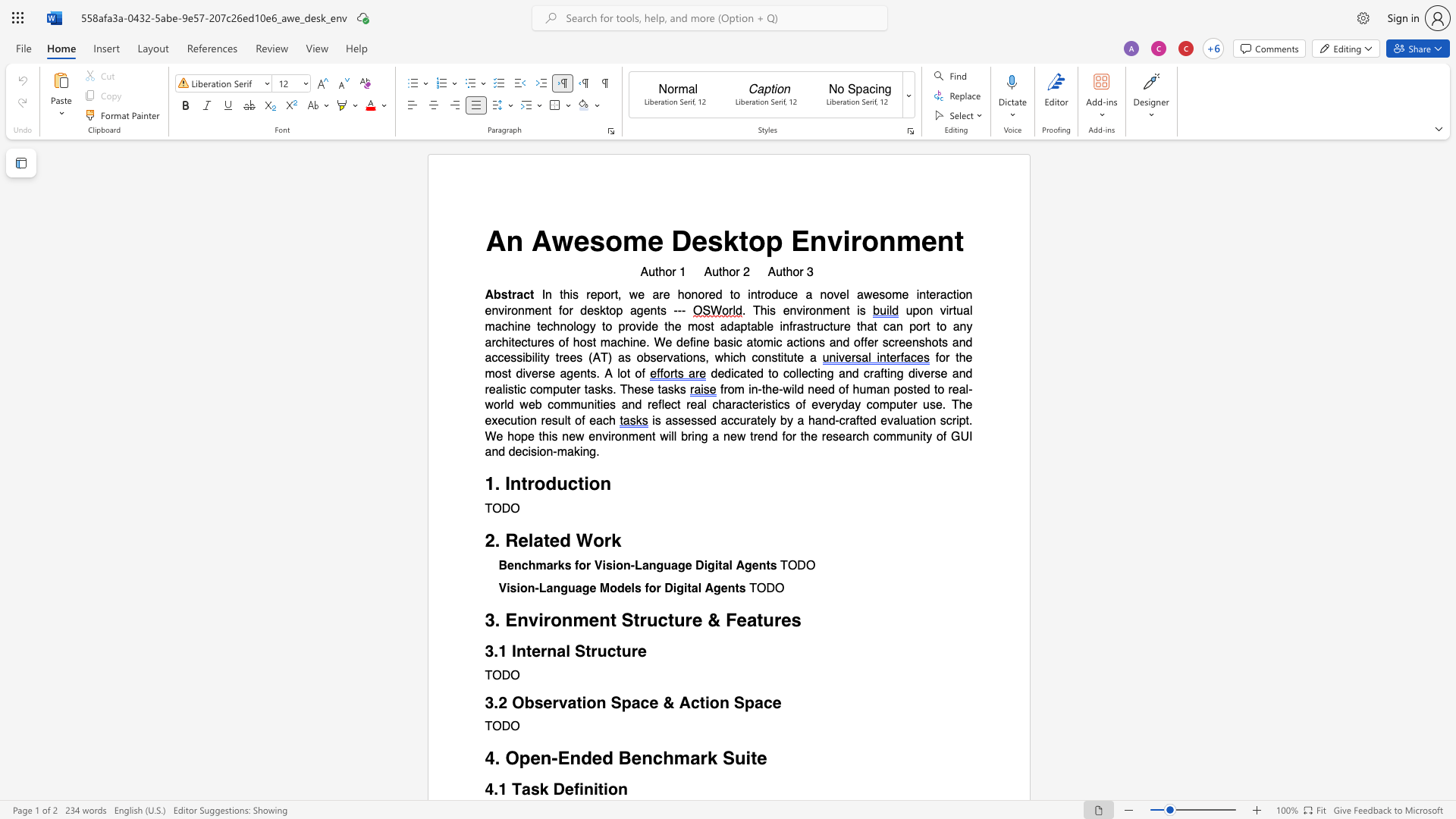 The height and width of the screenshot is (819, 1456). What do you see at coordinates (531, 540) in the screenshot?
I see `the 1th character "l" in the text` at bounding box center [531, 540].